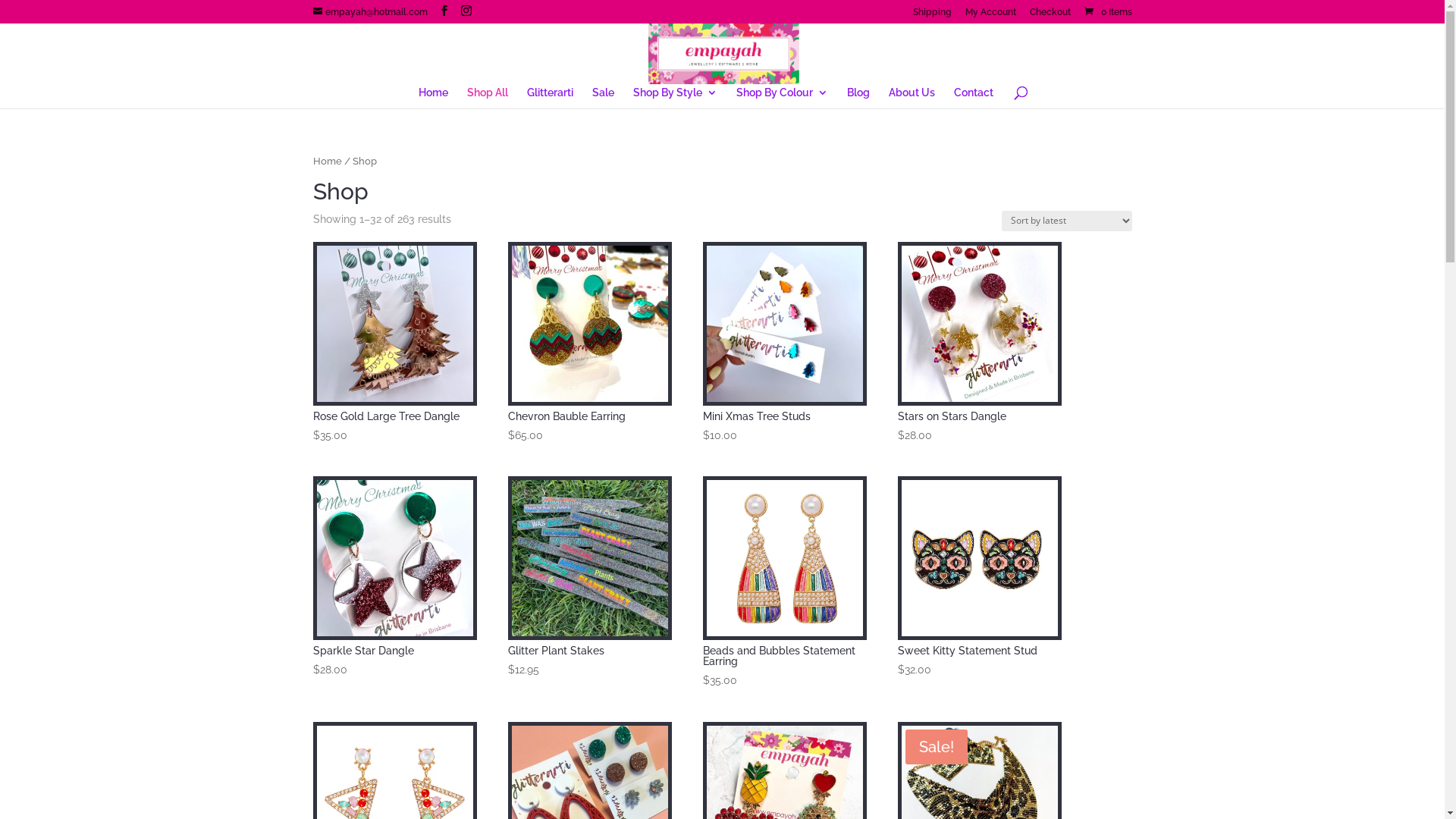 This screenshot has width=1456, height=819. Describe the element at coordinates (1106, 11) in the screenshot. I see `'0 Items'` at that location.